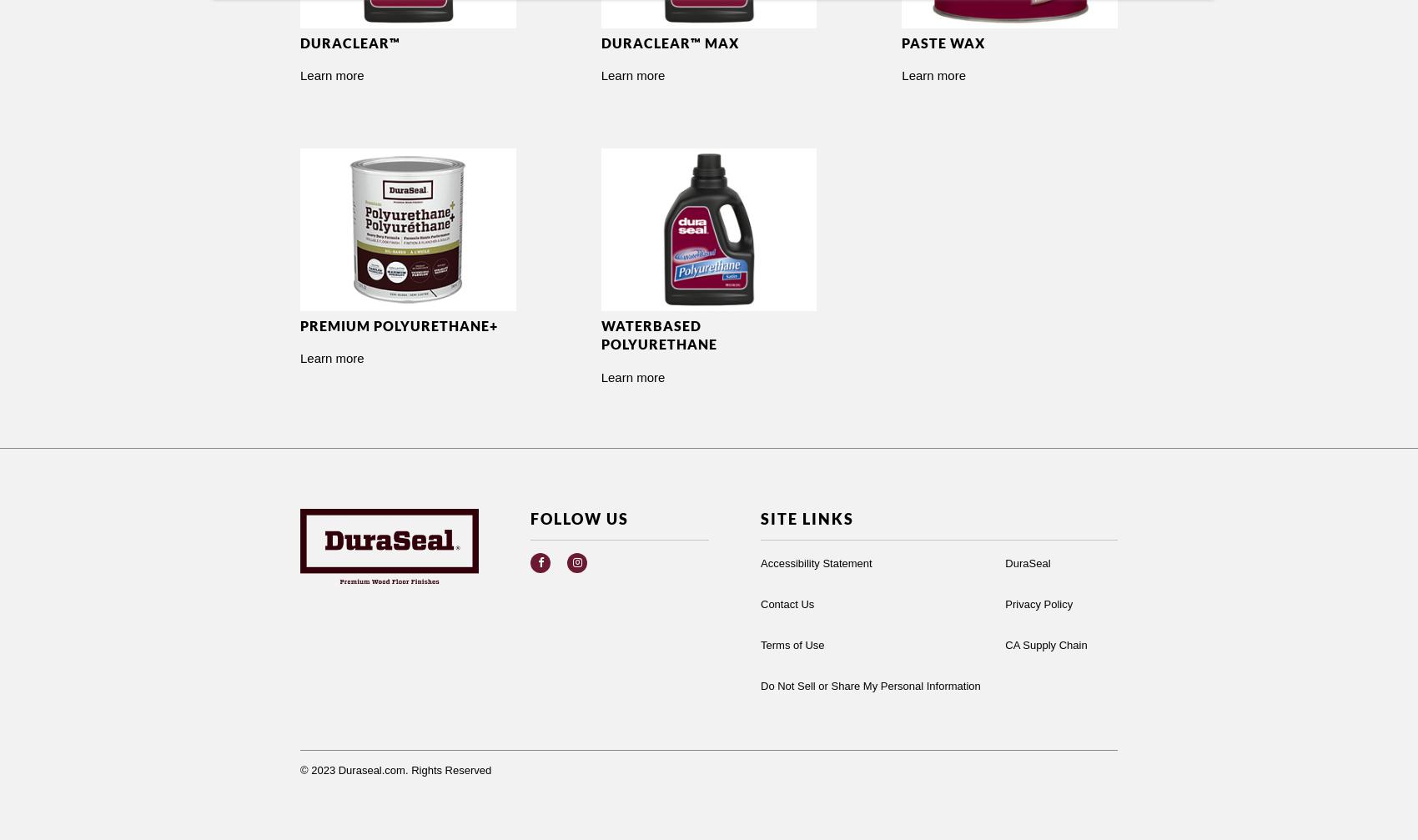  I want to click on 'DuraSeal', so click(1026, 561).